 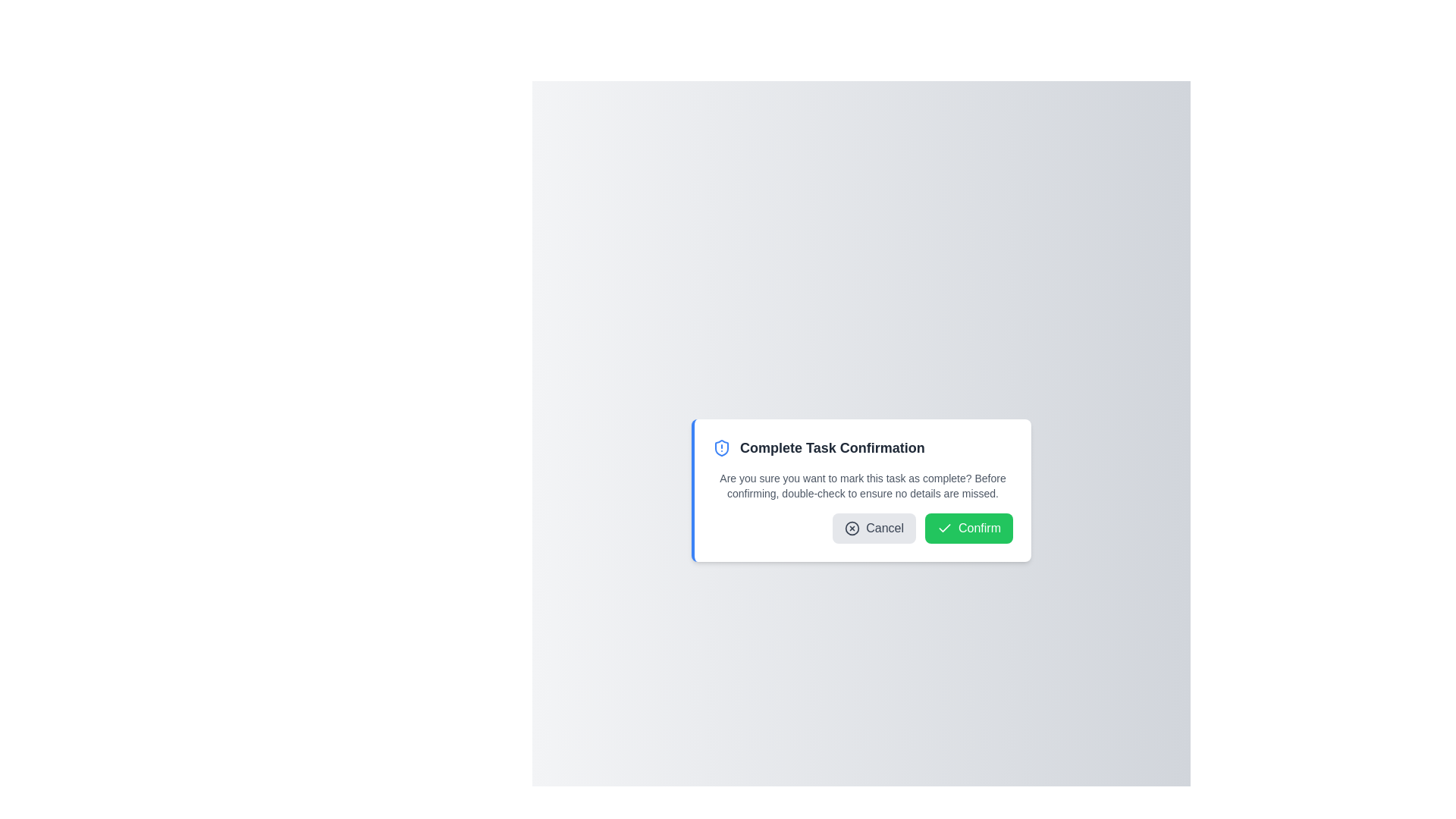 I want to click on the warning icon located to the left of the text 'Complete Task Confirmation' in the modal's title section, so click(x=720, y=447).